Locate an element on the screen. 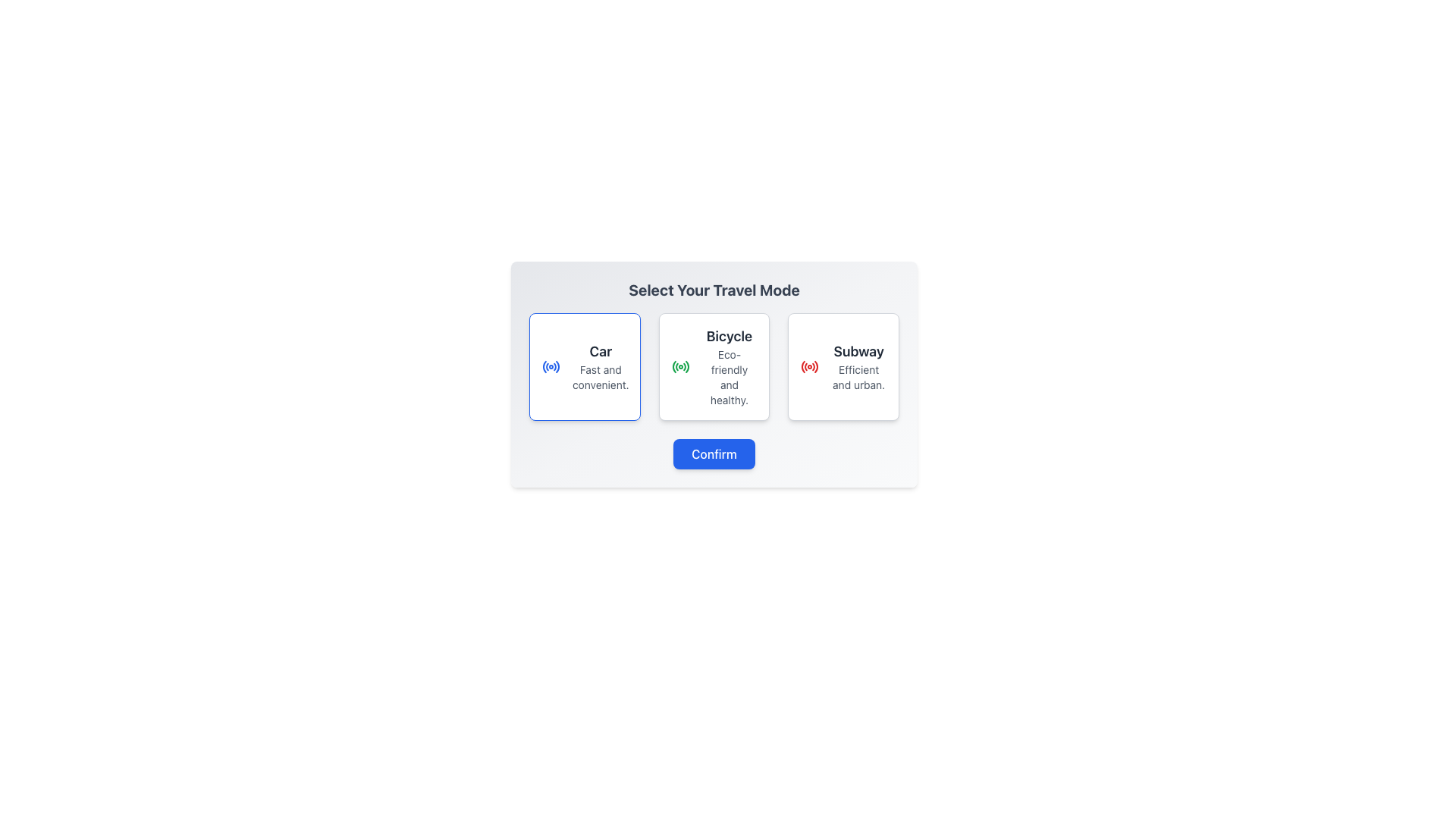 This screenshot has height=819, width=1456. the 'Confirm' button, which is a rectangular button with a blue background and white rounded corners, to activate its hover effect is located at coordinates (713, 453).